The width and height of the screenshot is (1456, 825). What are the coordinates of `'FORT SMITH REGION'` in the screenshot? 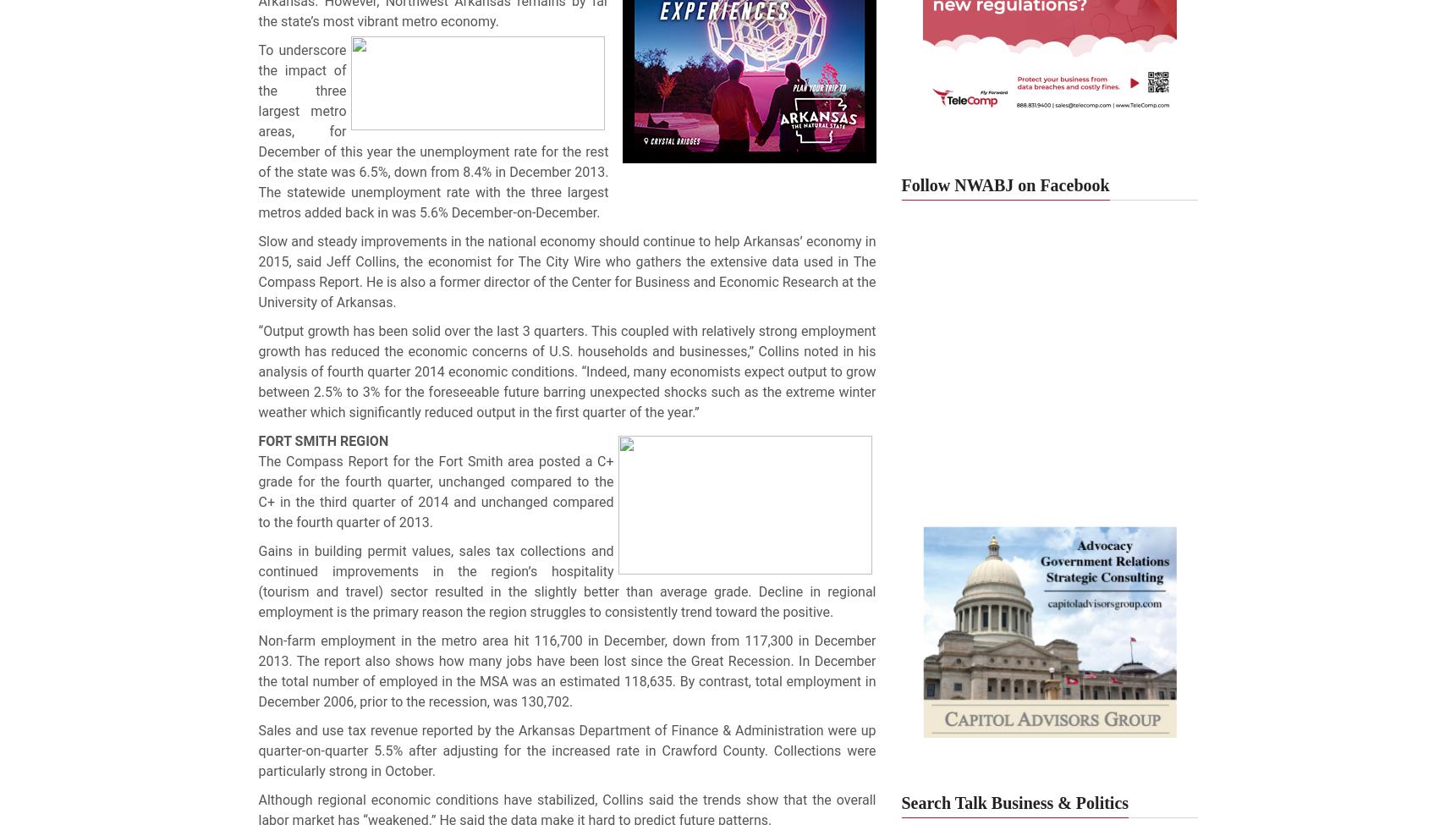 It's located at (323, 440).